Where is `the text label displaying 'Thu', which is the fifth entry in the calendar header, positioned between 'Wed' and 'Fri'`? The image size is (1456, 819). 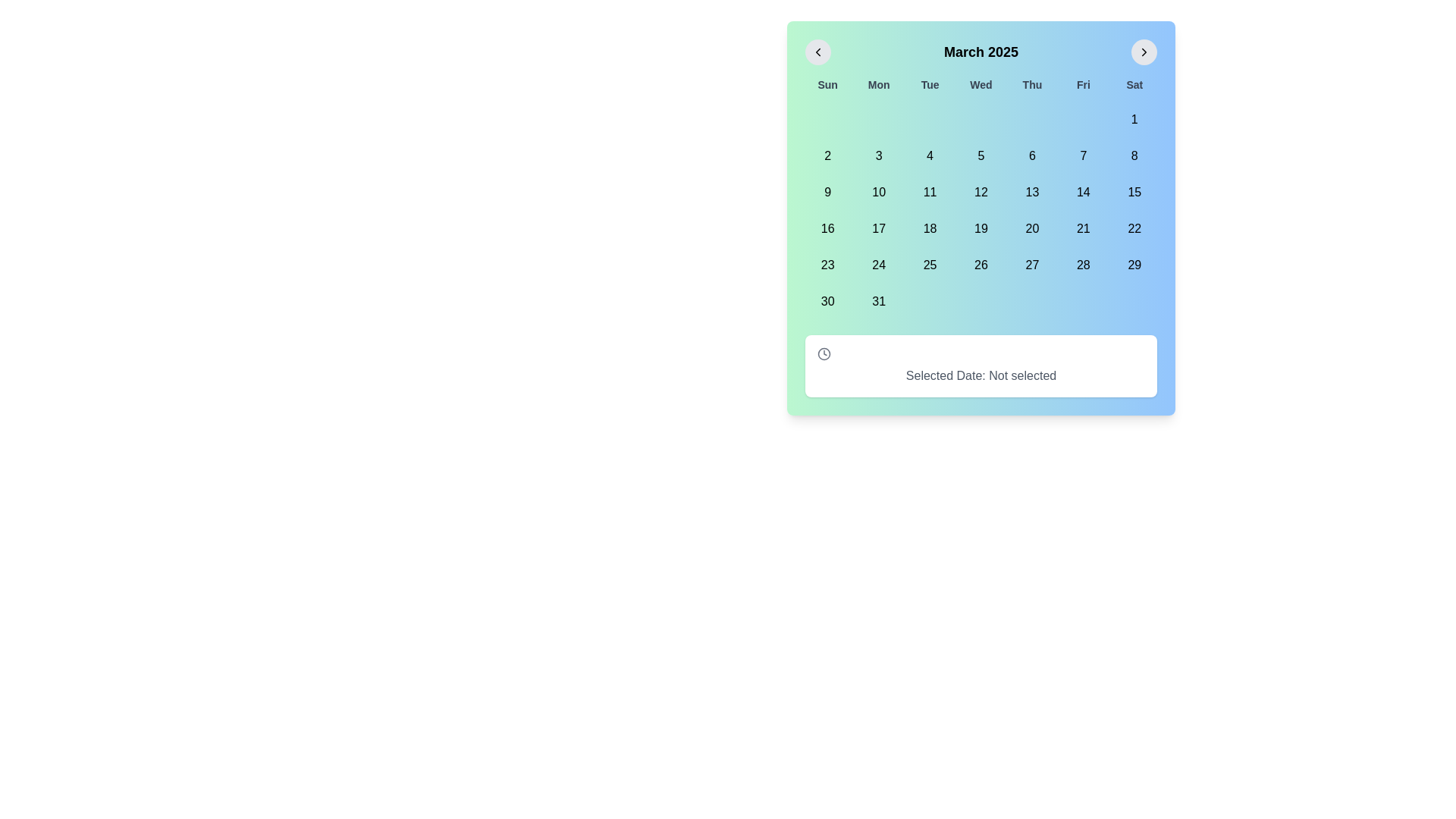 the text label displaying 'Thu', which is the fifth entry in the calendar header, positioned between 'Wed' and 'Fri' is located at coordinates (1031, 84).